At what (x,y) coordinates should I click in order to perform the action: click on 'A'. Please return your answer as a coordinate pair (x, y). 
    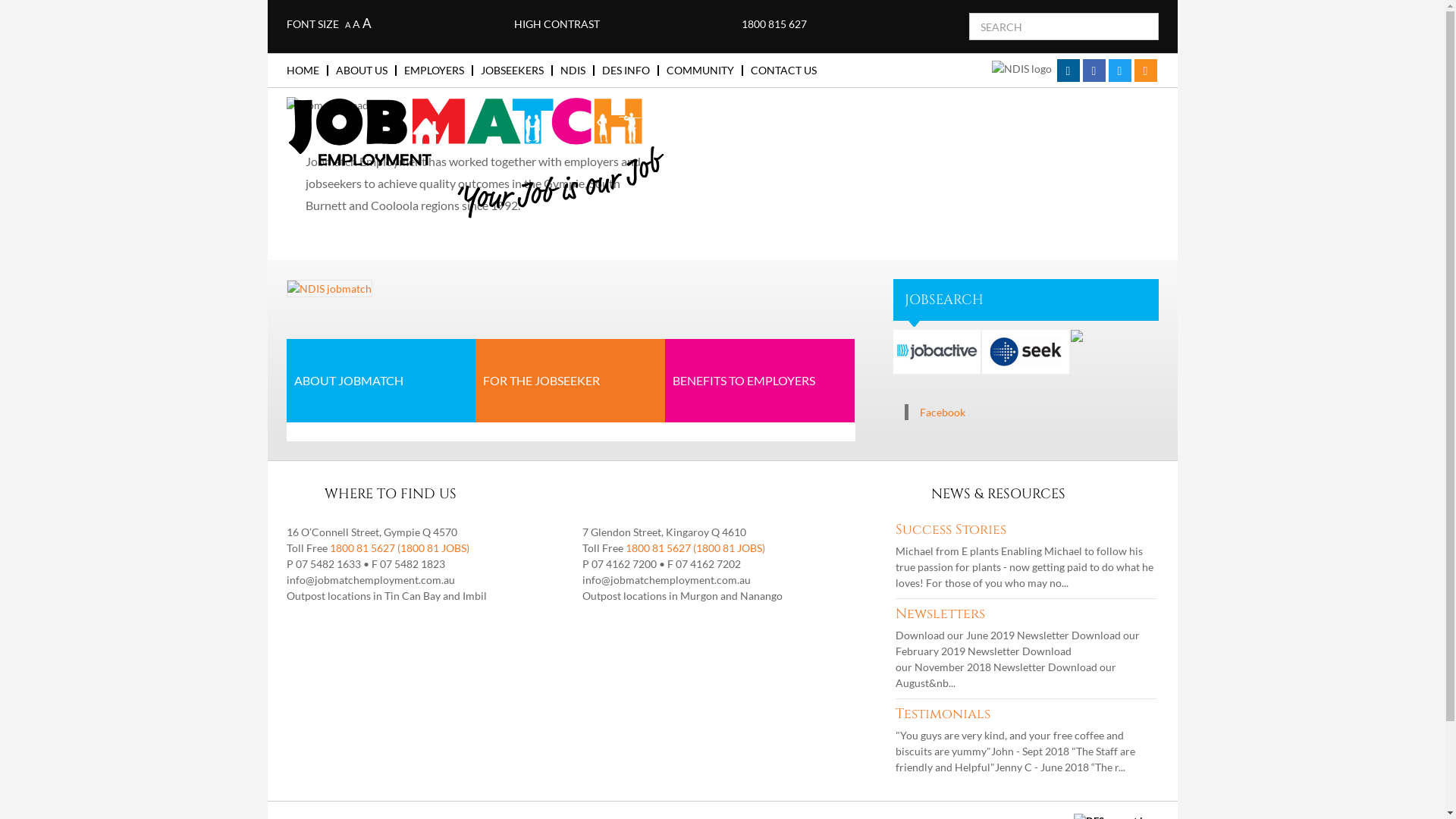
    Looking at the image, I should click on (346, 24).